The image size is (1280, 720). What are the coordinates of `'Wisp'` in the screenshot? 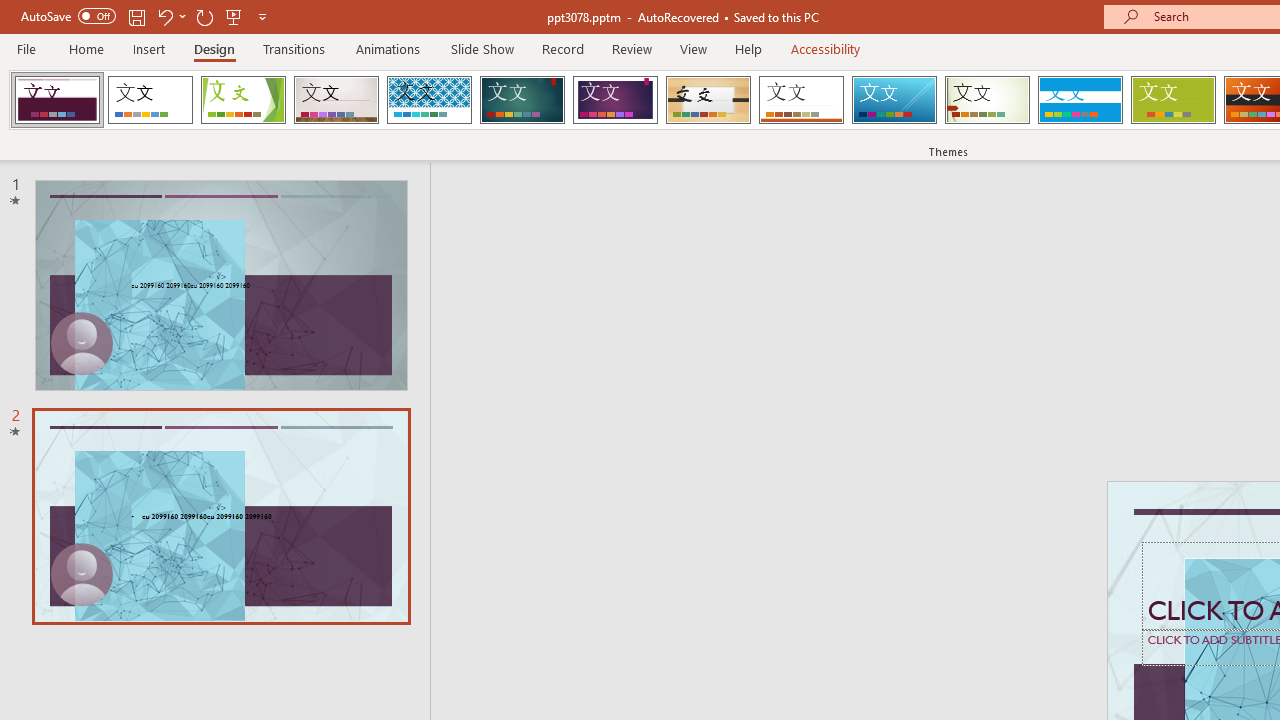 It's located at (987, 100).